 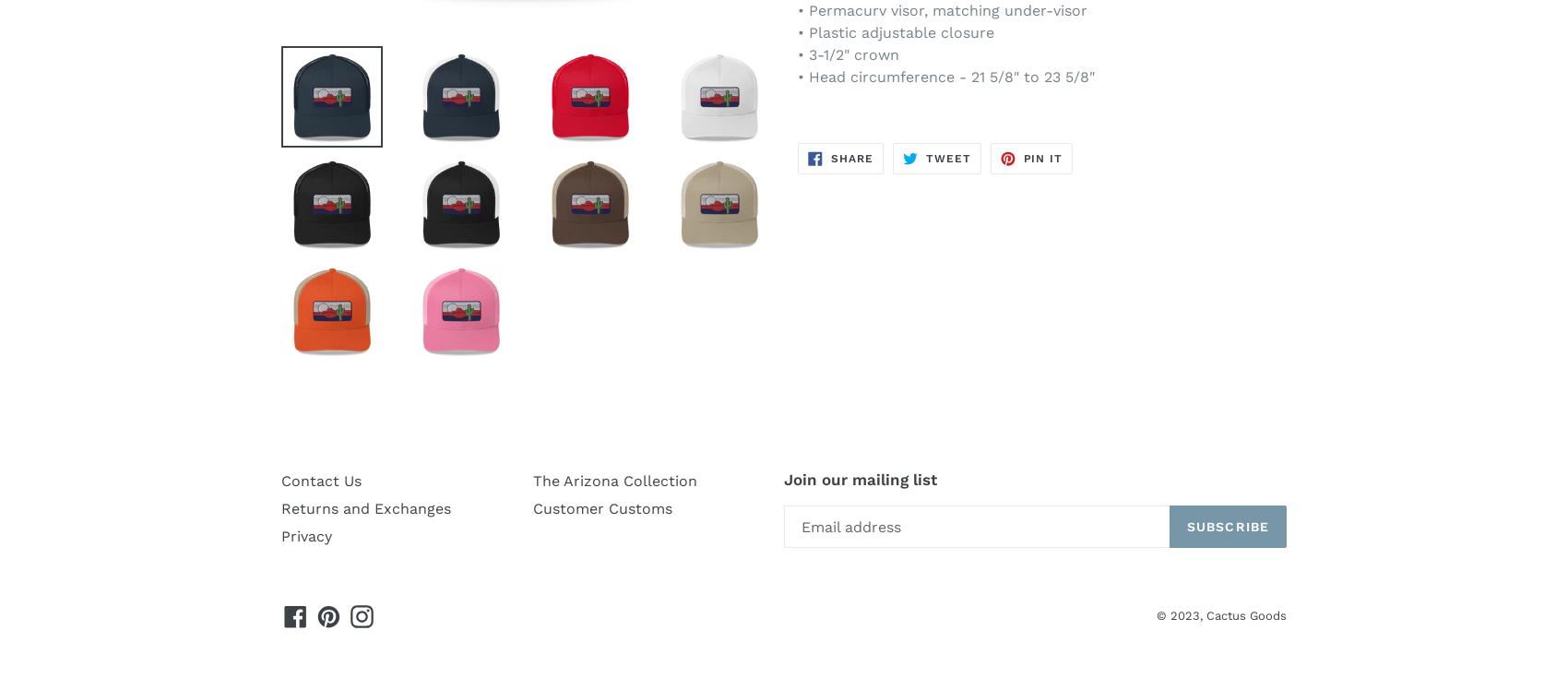 What do you see at coordinates (944, 77) in the screenshot?
I see `'• Head circumference - 21 5/8" to 23 5/8"'` at bounding box center [944, 77].